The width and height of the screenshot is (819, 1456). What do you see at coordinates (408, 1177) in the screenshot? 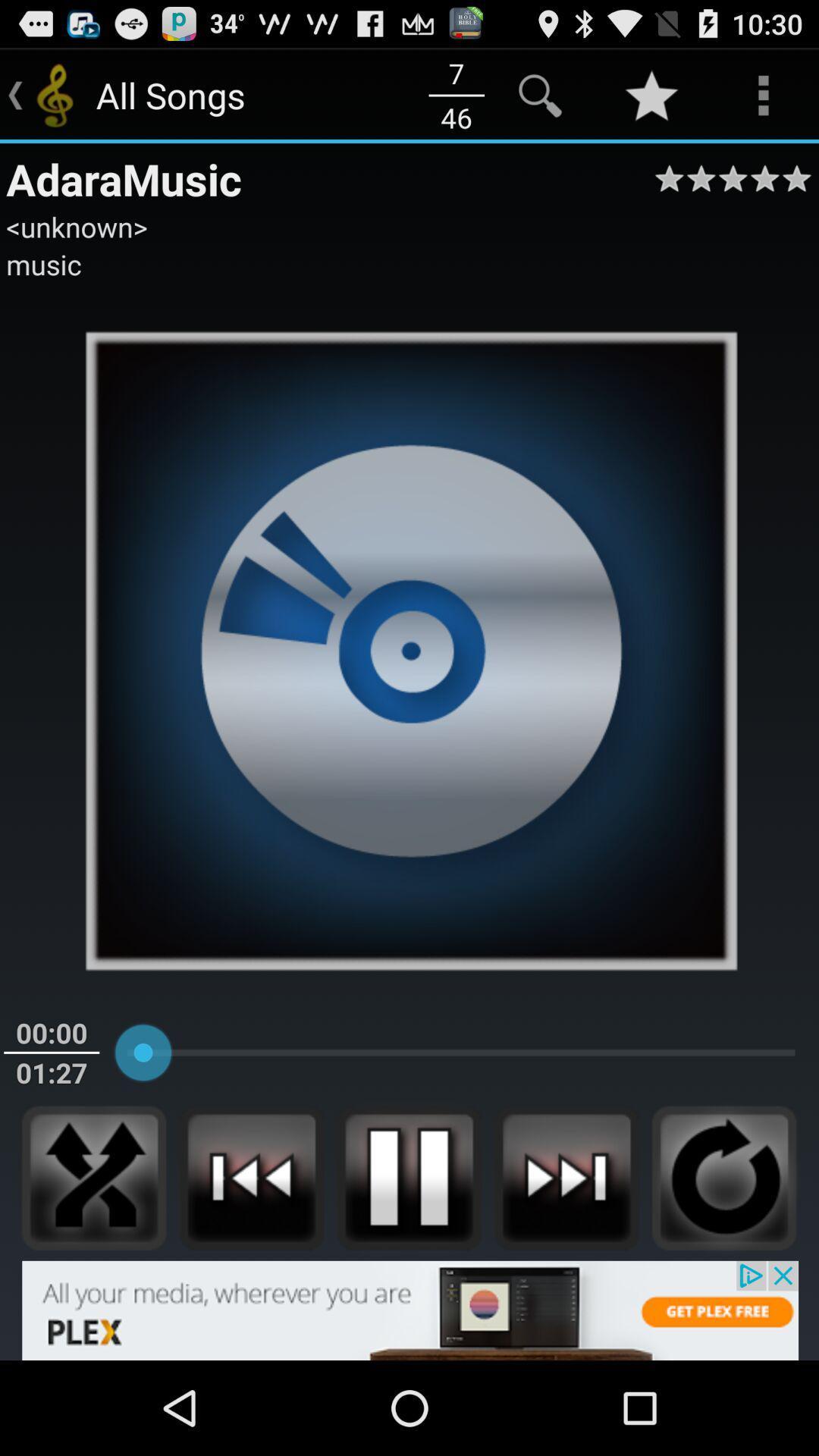
I see `pause option` at bounding box center [408, 1177].